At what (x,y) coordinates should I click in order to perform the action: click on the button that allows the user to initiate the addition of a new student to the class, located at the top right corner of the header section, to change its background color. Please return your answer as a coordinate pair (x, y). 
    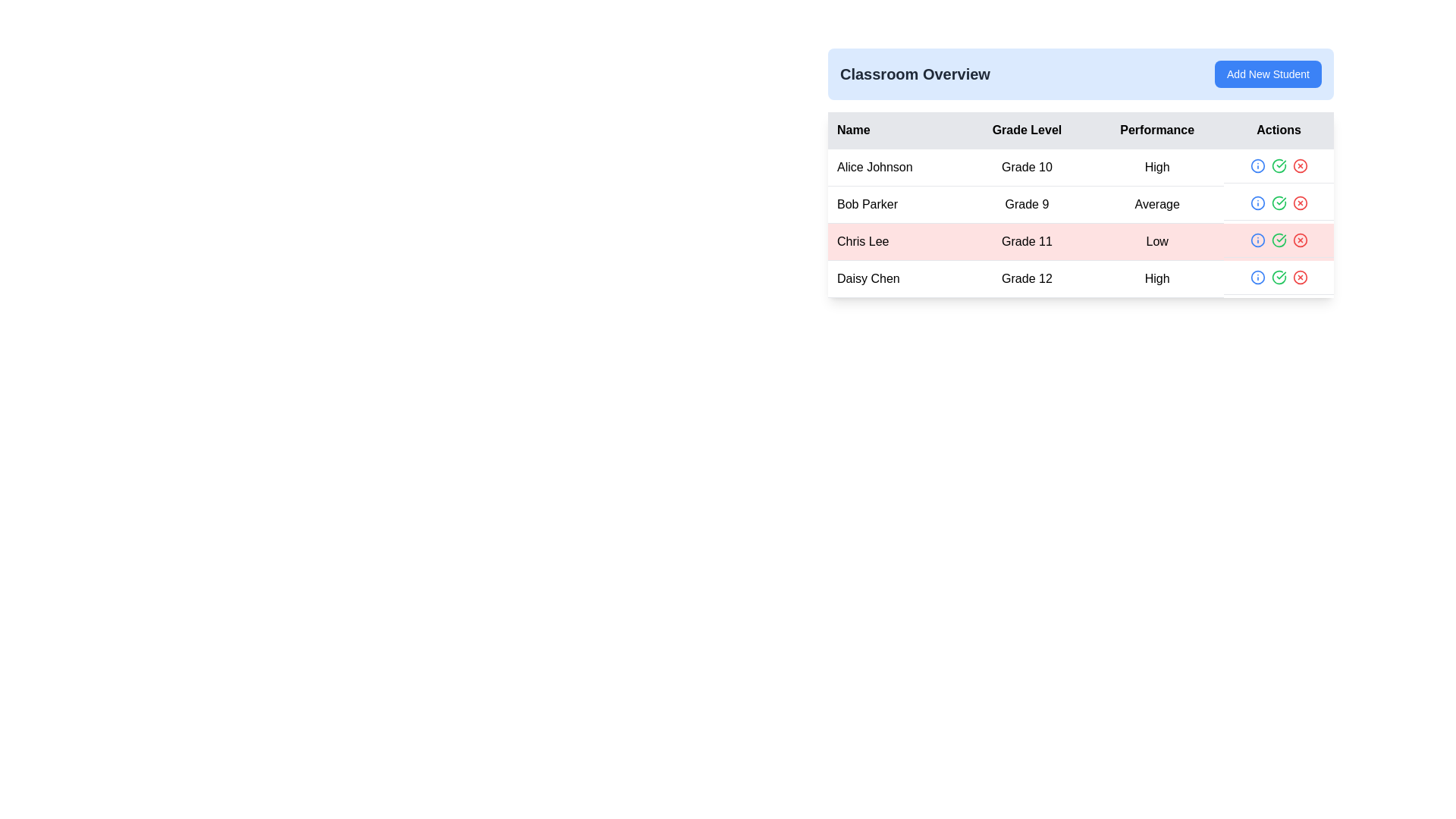
    Looking at the image, I should click on (1268, 74).